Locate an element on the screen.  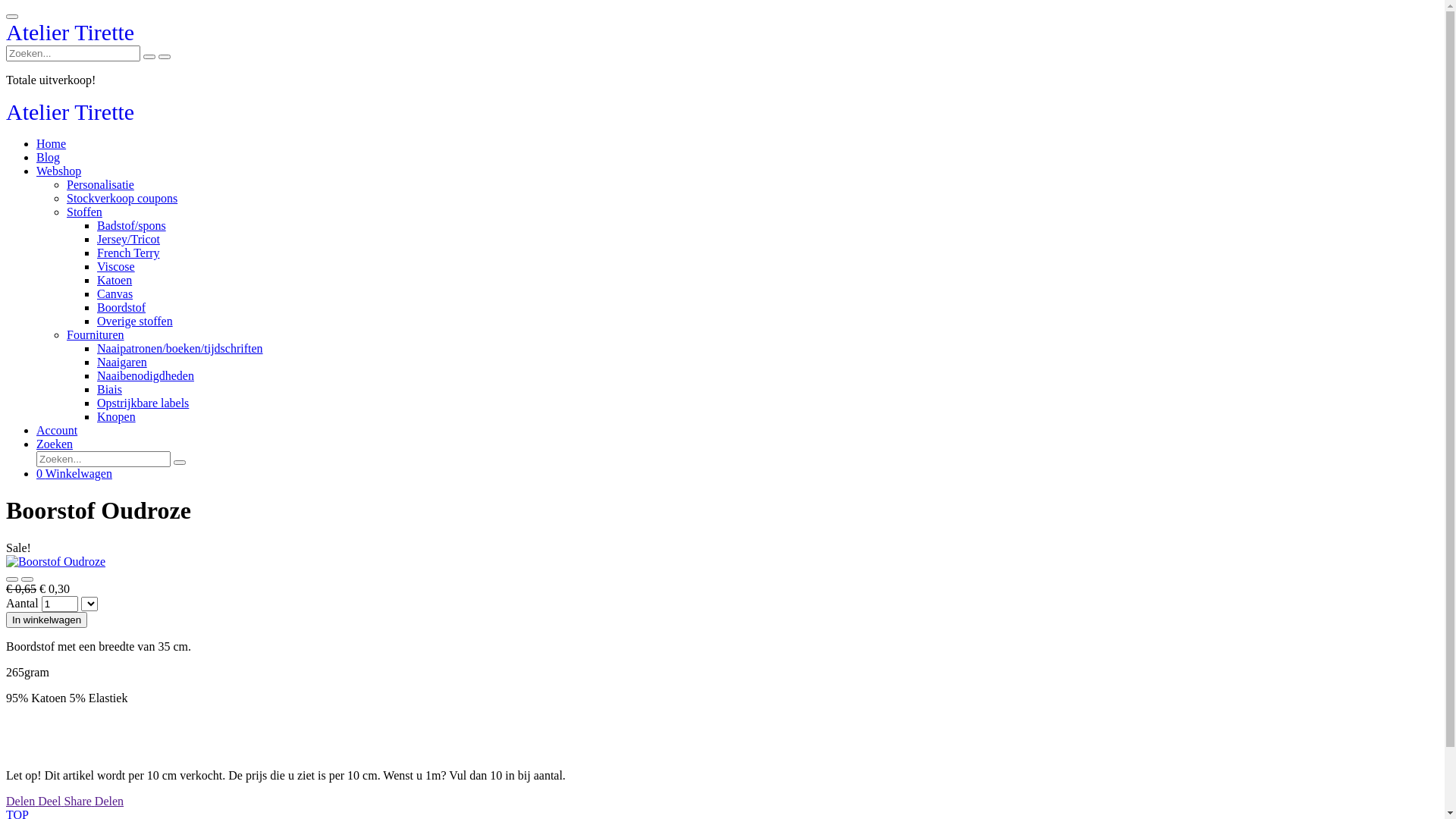
'Delen' is located at coordinates (6, 800).